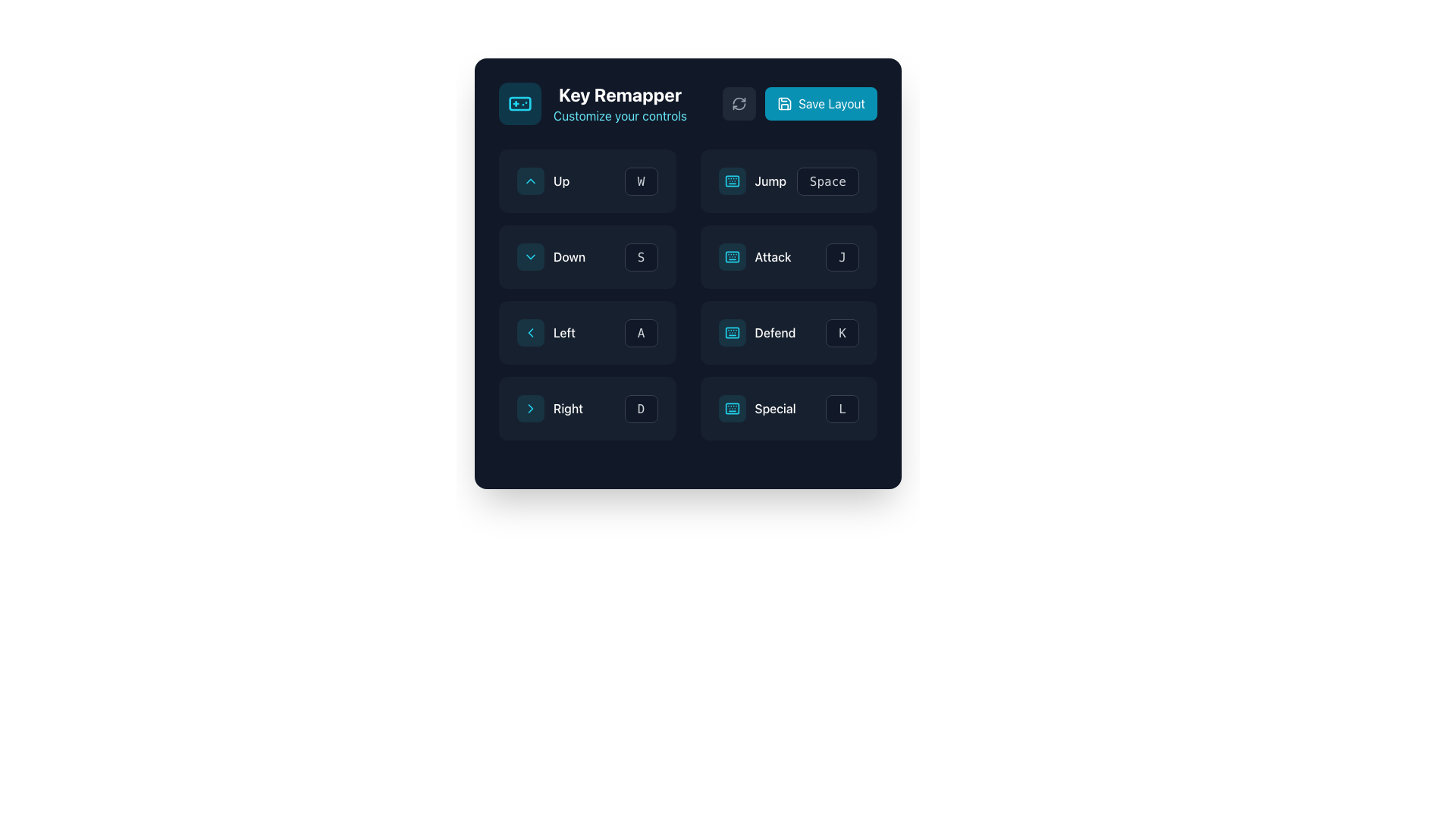  What do you see at coordinates (586, 295) in the screenshot?
I see `and drop the first directional control block in the vertical stack` at bounding box center [586, 295].